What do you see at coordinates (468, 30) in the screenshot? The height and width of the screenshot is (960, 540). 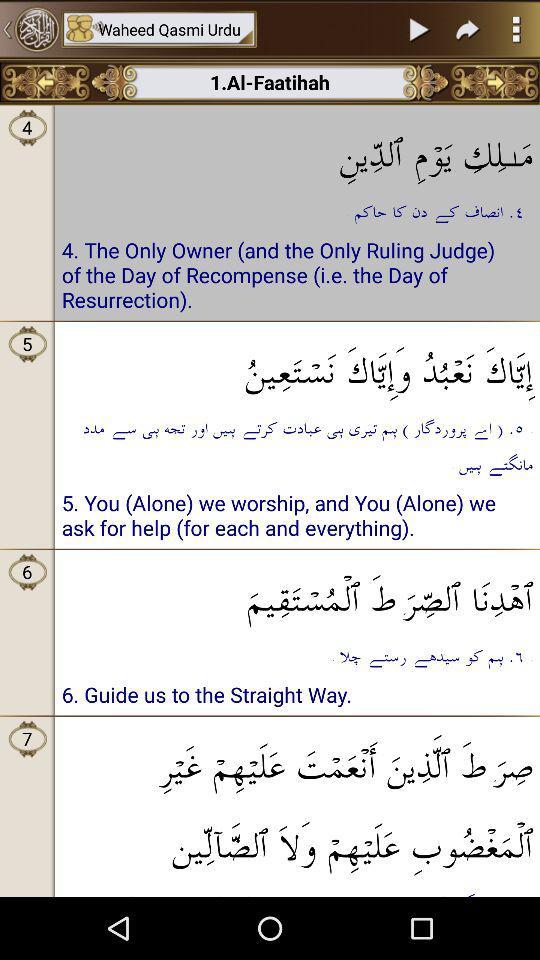 I see `the redo icon` at bounding box center [468, 30].